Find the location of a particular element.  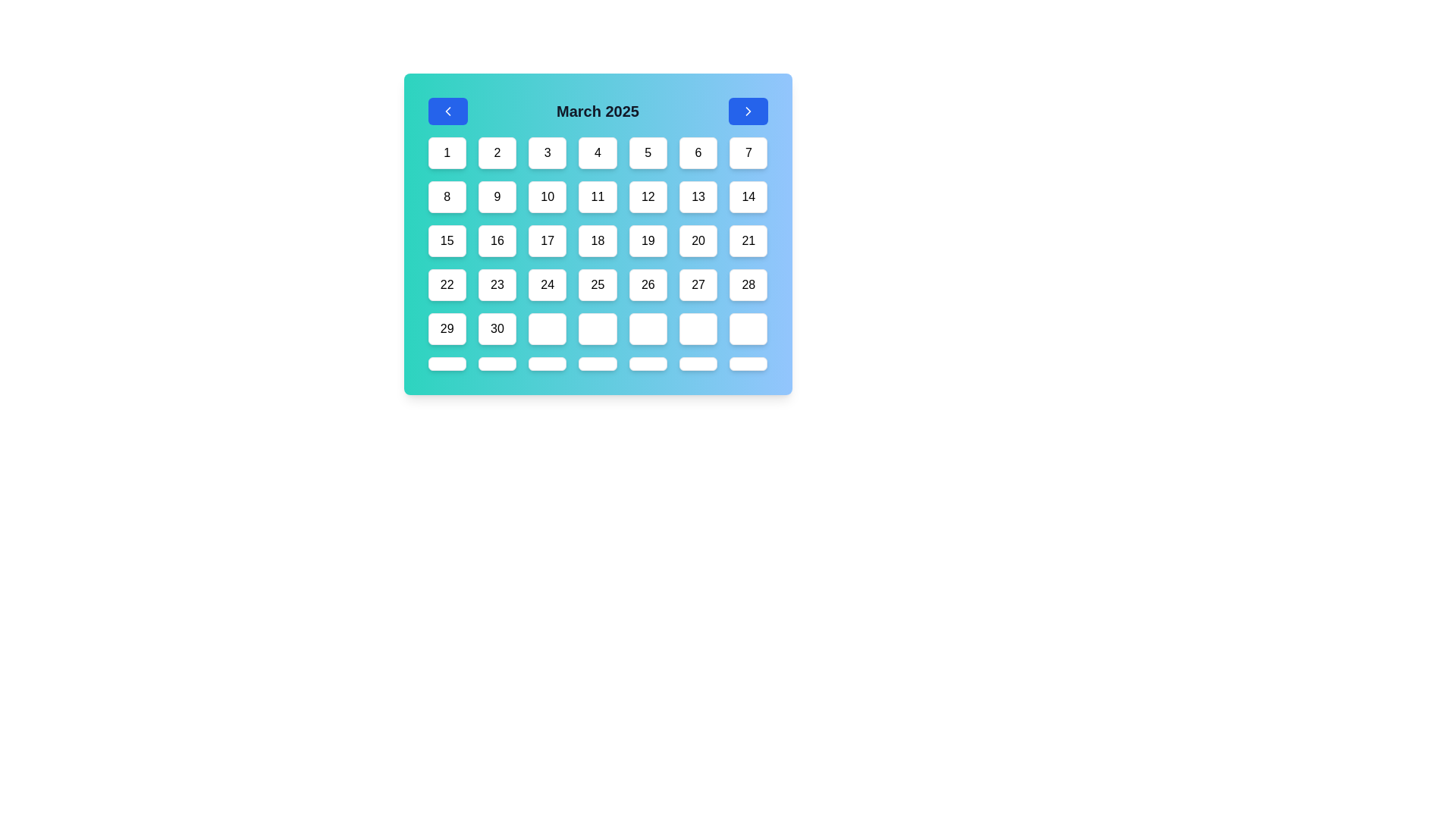

the visual style of the placeholder box element located in the bottommost row, fourth from the left in the calendar grid is located at coordinates (597, 363).